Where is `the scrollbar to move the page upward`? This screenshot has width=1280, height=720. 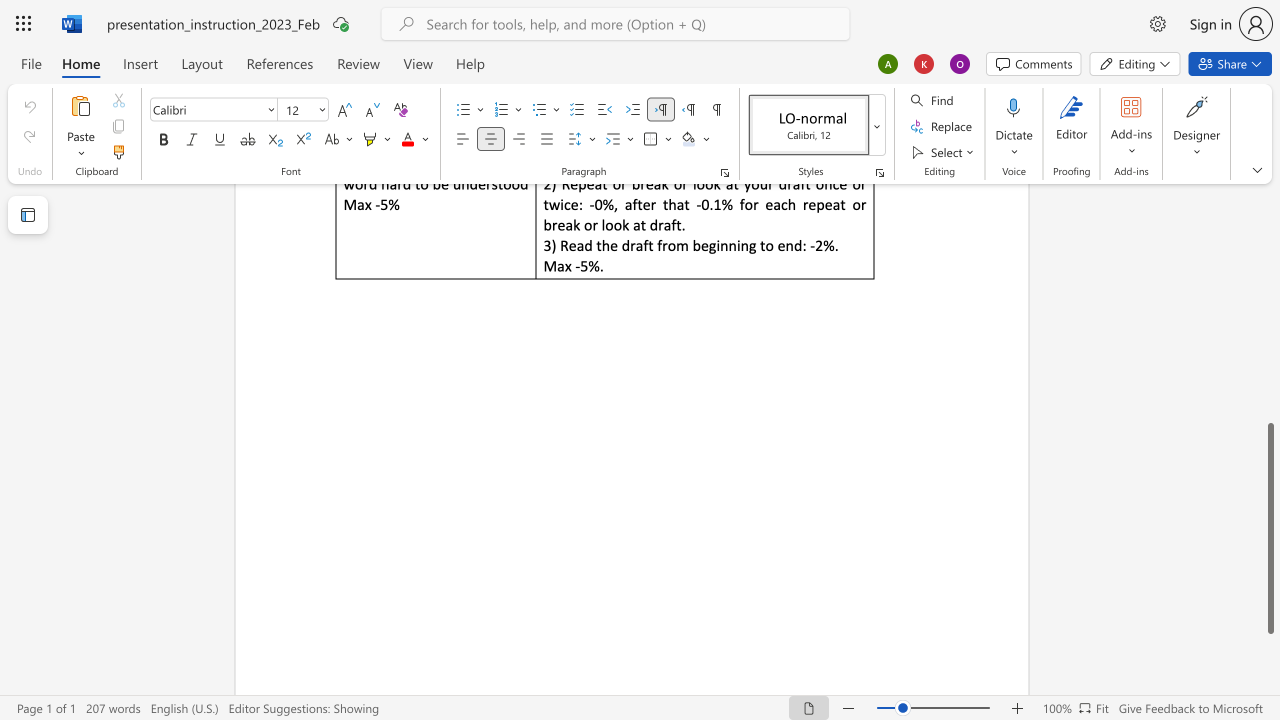
the scrollbar to move the page upward is located at coordinates (1269, 380).